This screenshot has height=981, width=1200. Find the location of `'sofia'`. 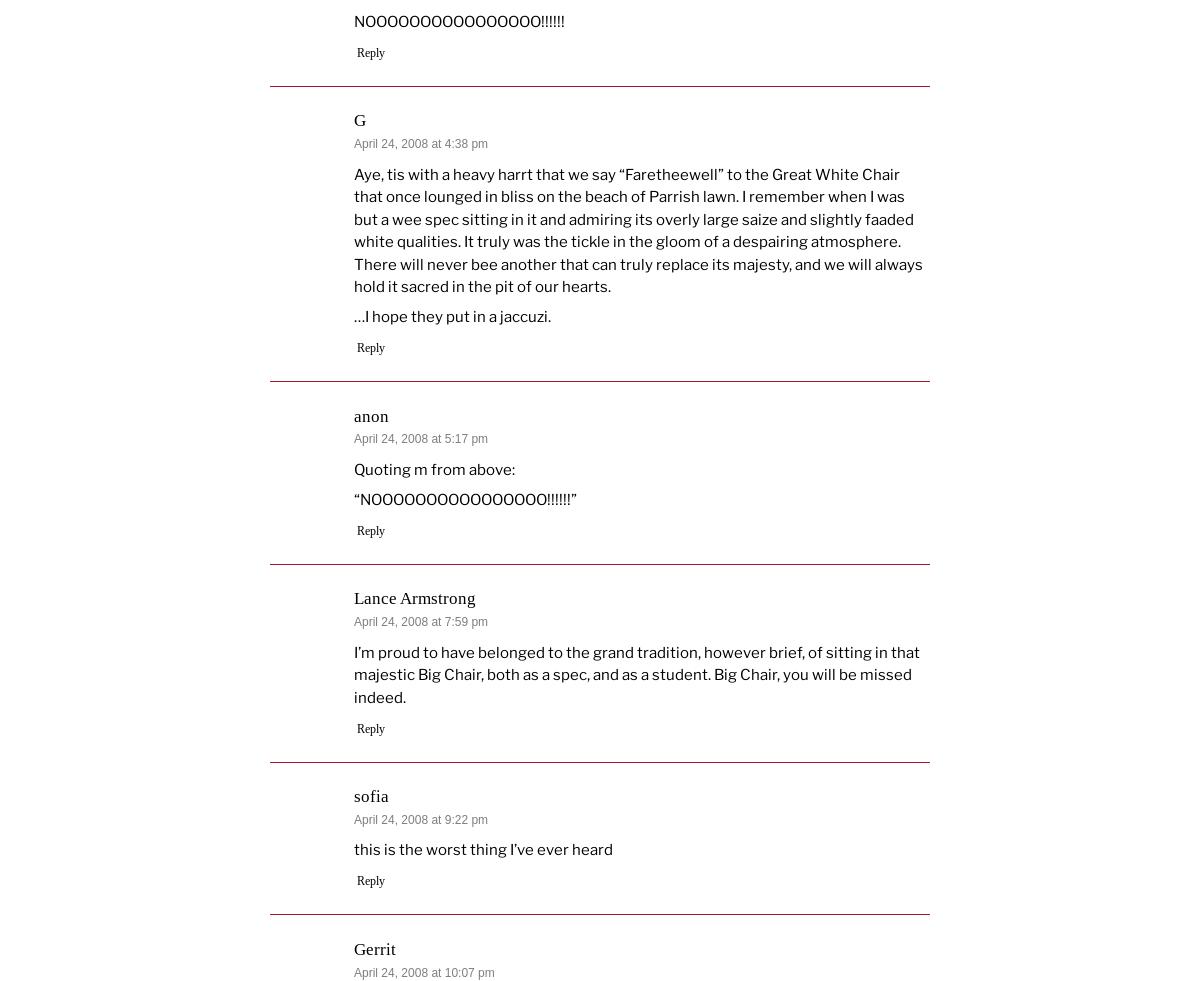

'sofia' is located at coordinates (371, 796).